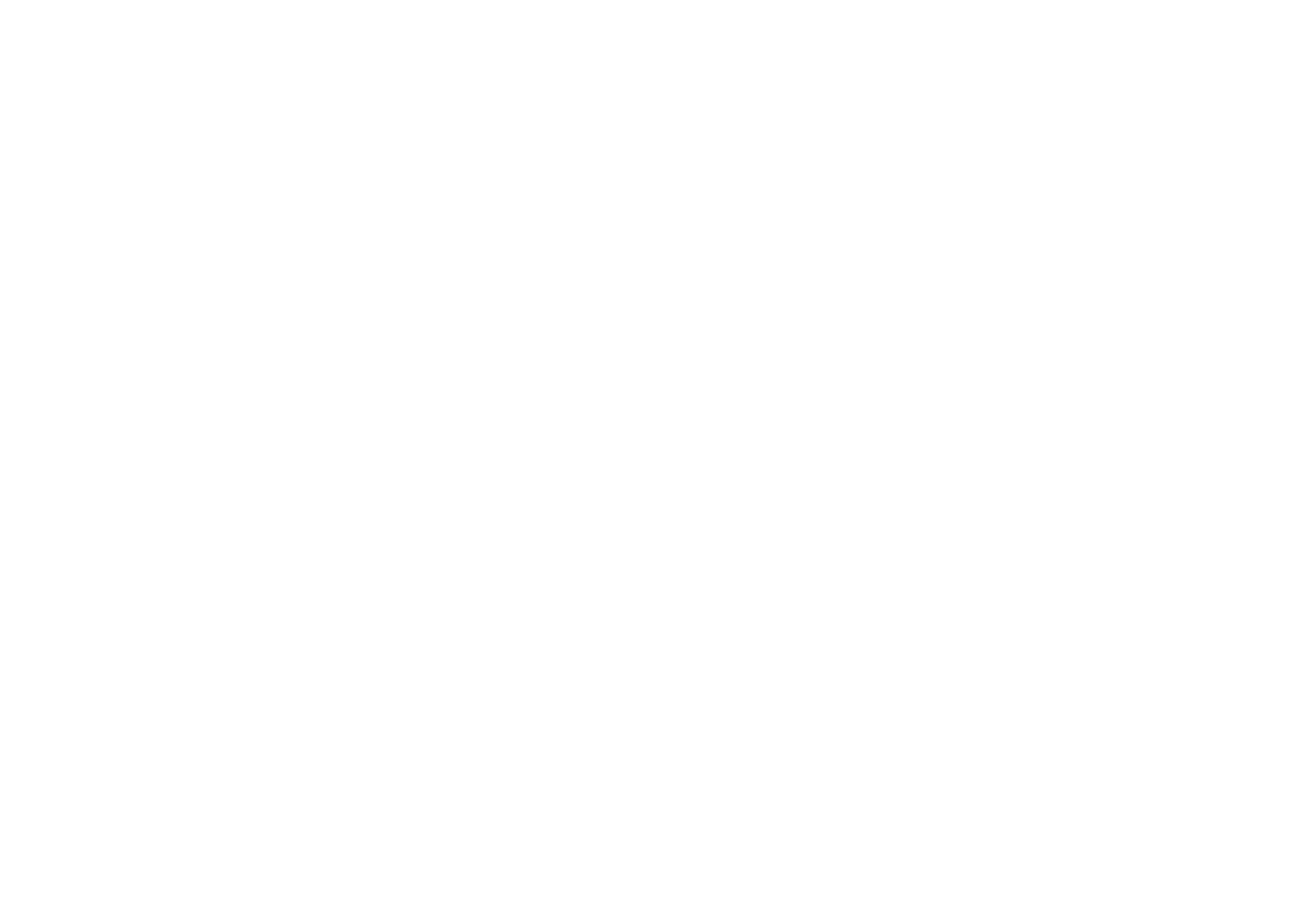 The width and height of the screenshot is (1300, 921). Describe the element at coordinates (449, 498) in the screenshot. I see `'2930, Edouard Montpetit St., Suite PH2, Montreal (Quebec) H3T 1J7, Canada'` at that location.